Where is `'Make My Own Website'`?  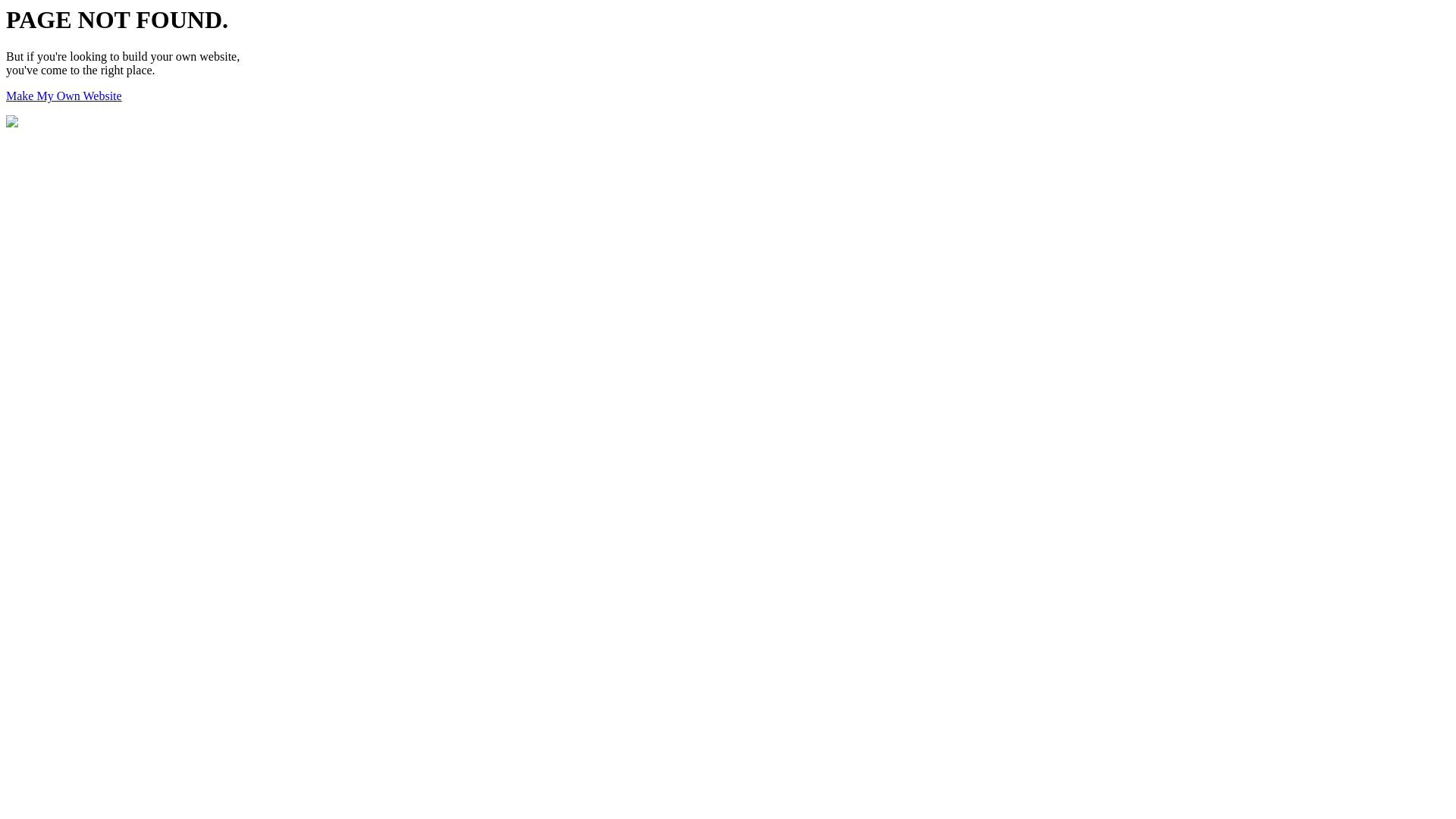
'Make My Own Website' is located at coordinates (63, 96).